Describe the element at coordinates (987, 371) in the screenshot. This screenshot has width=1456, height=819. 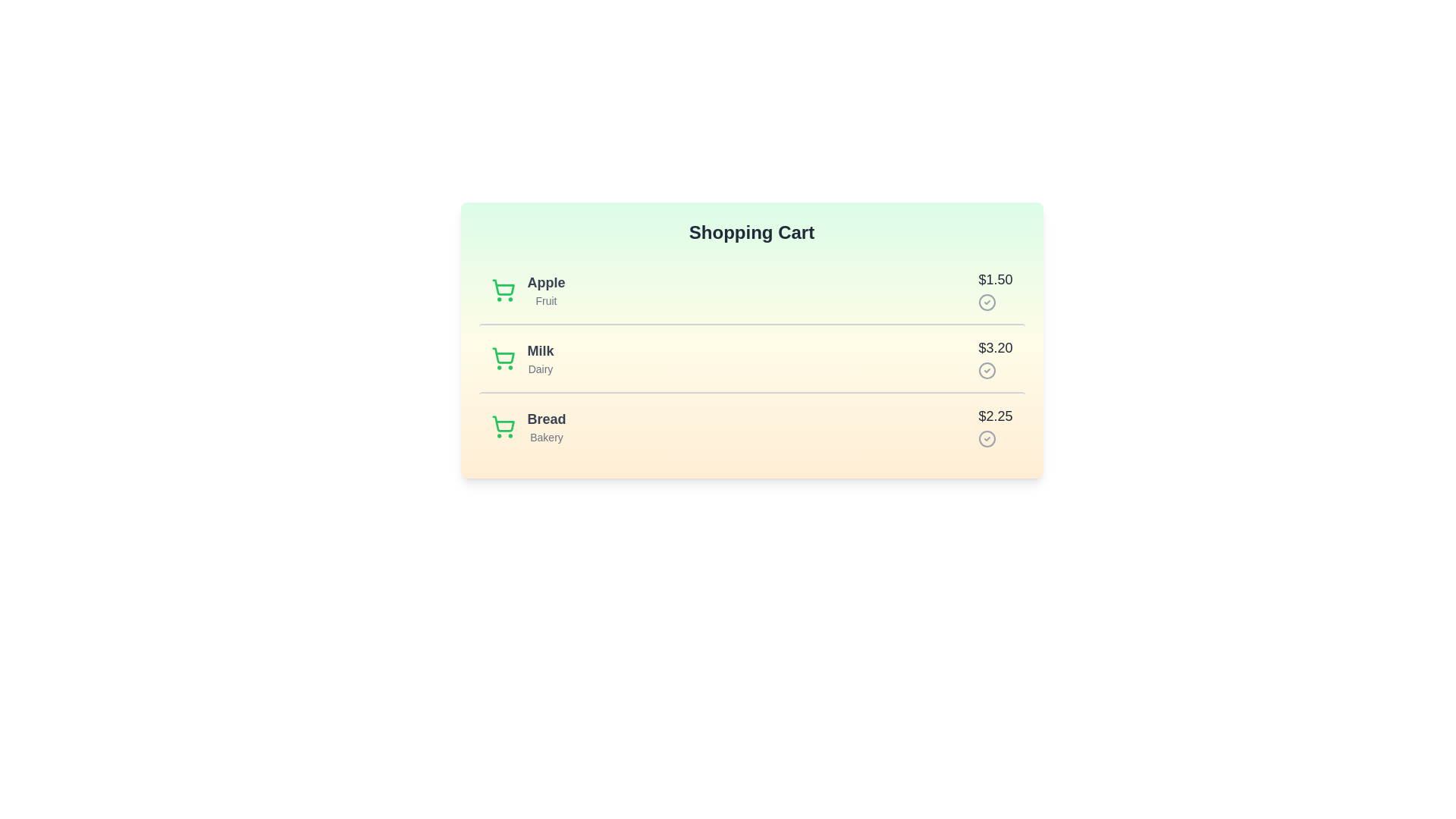
I see `the check circle icon for Milk to mark it as selected or completed` at that location.